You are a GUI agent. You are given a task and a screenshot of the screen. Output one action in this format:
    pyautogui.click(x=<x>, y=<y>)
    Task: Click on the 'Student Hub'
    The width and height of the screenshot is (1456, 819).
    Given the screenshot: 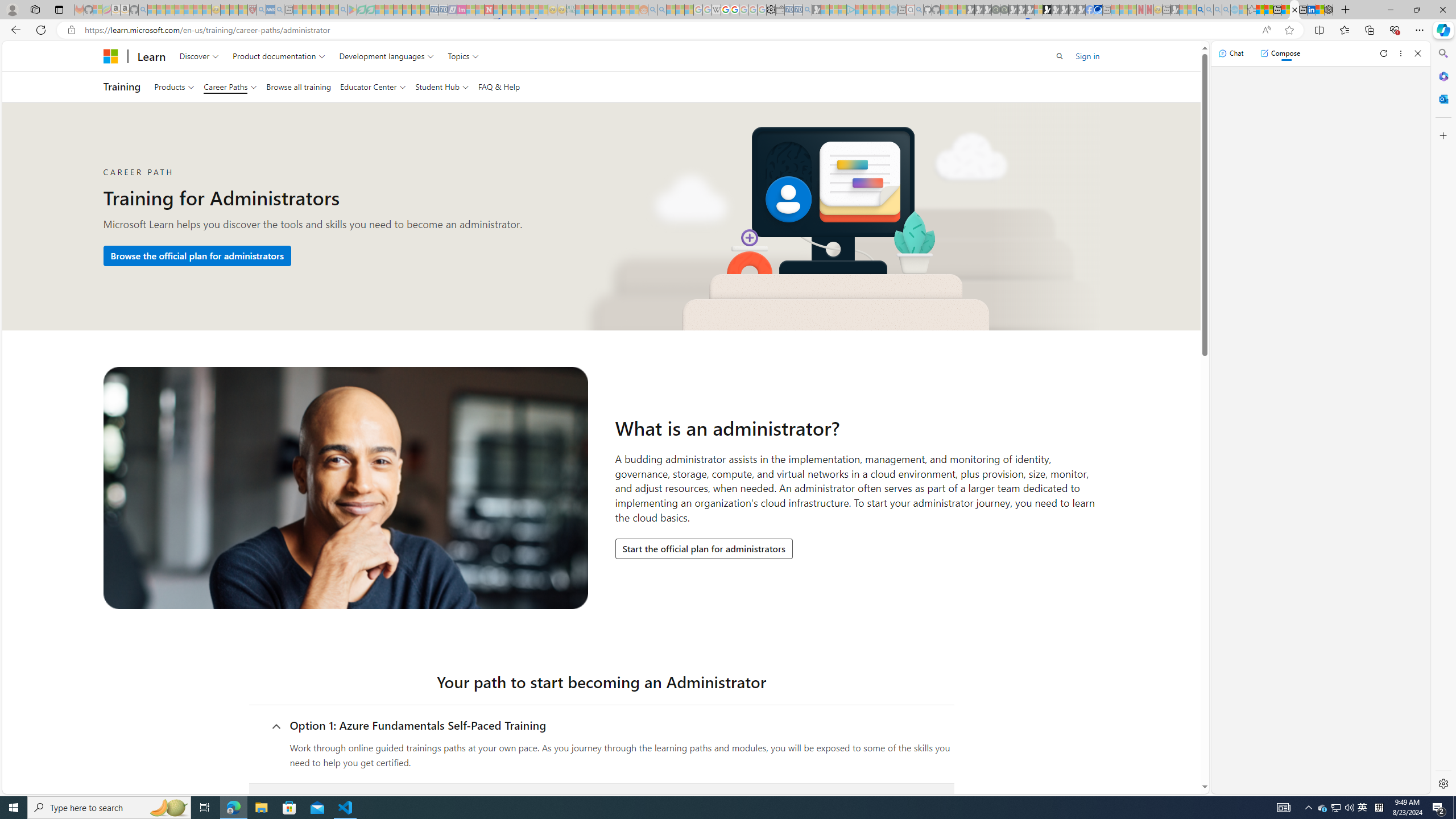 What is the action you would take?
    pyautogui.click(x=441, y=86)
    